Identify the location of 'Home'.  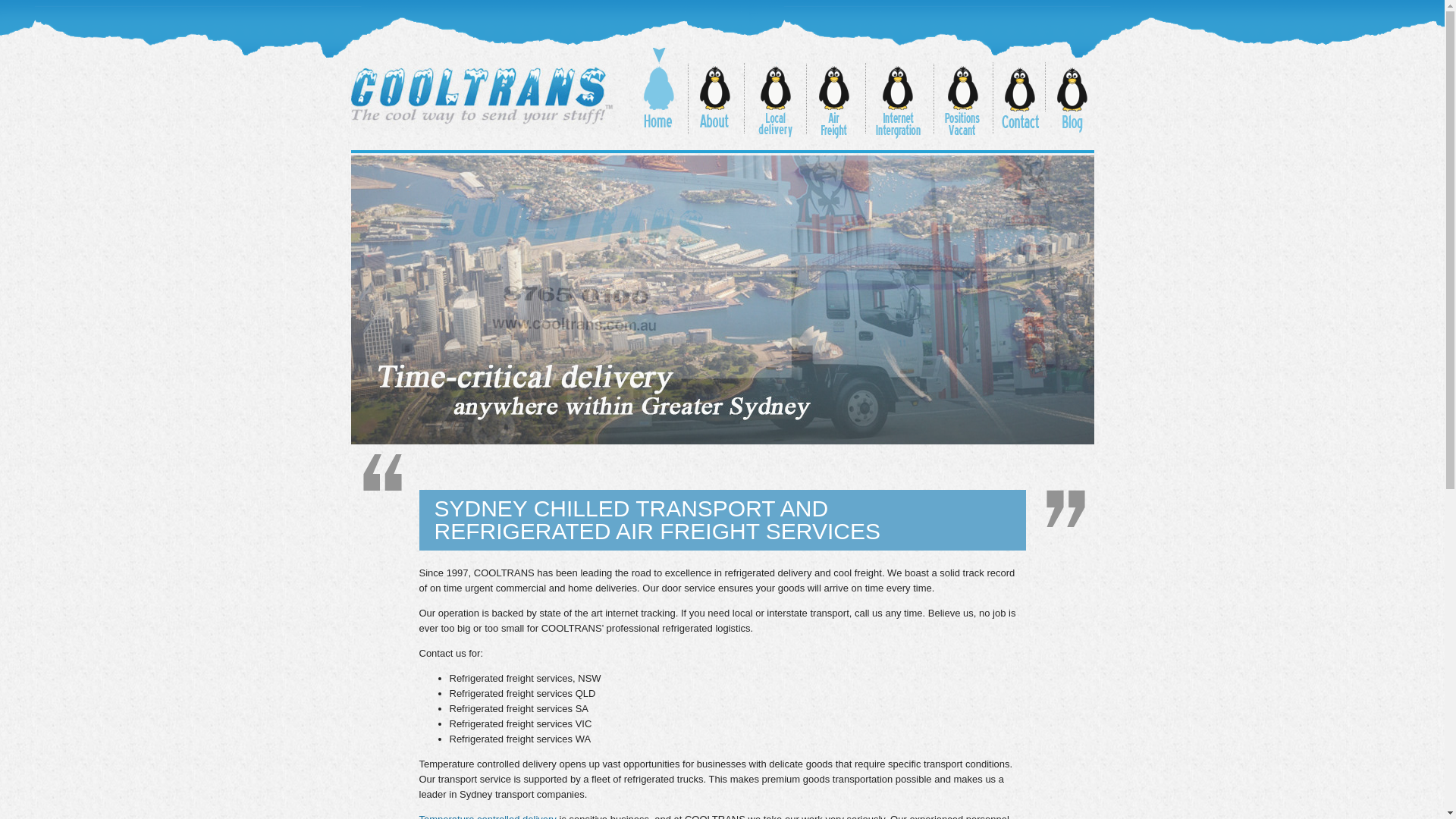
(656, 93).